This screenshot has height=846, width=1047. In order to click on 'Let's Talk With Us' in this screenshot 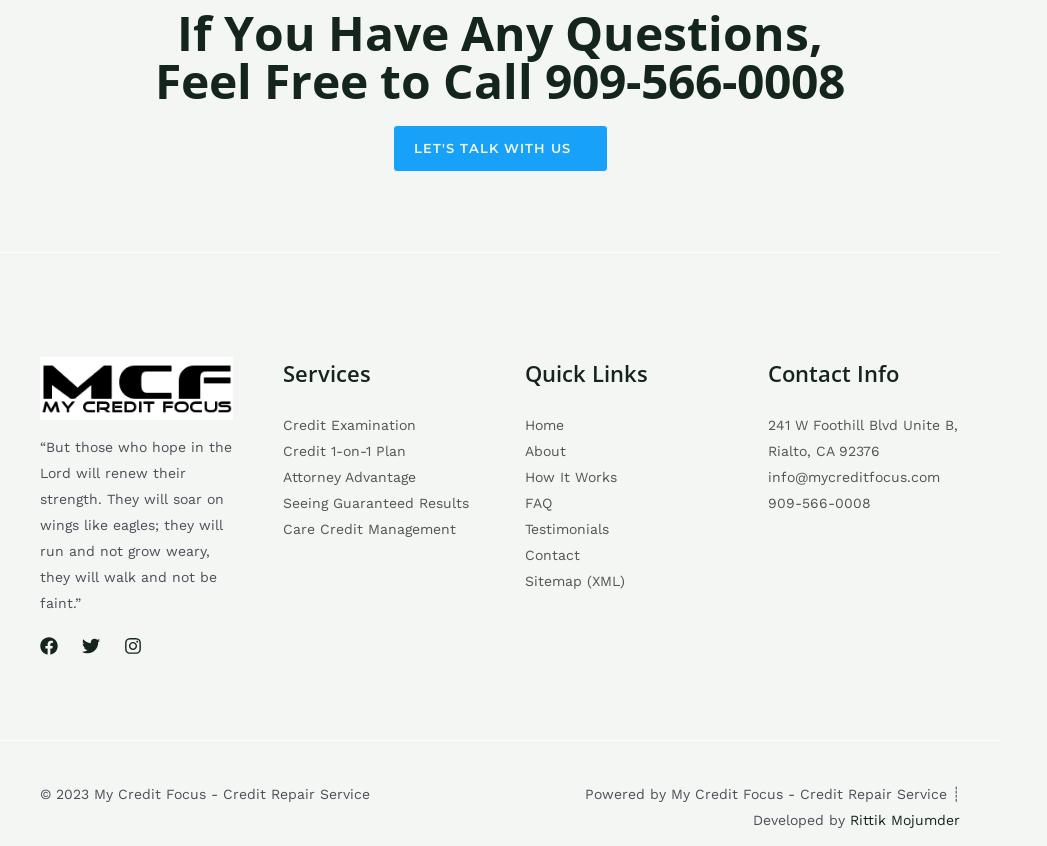, I will do `click(490, 146)`.